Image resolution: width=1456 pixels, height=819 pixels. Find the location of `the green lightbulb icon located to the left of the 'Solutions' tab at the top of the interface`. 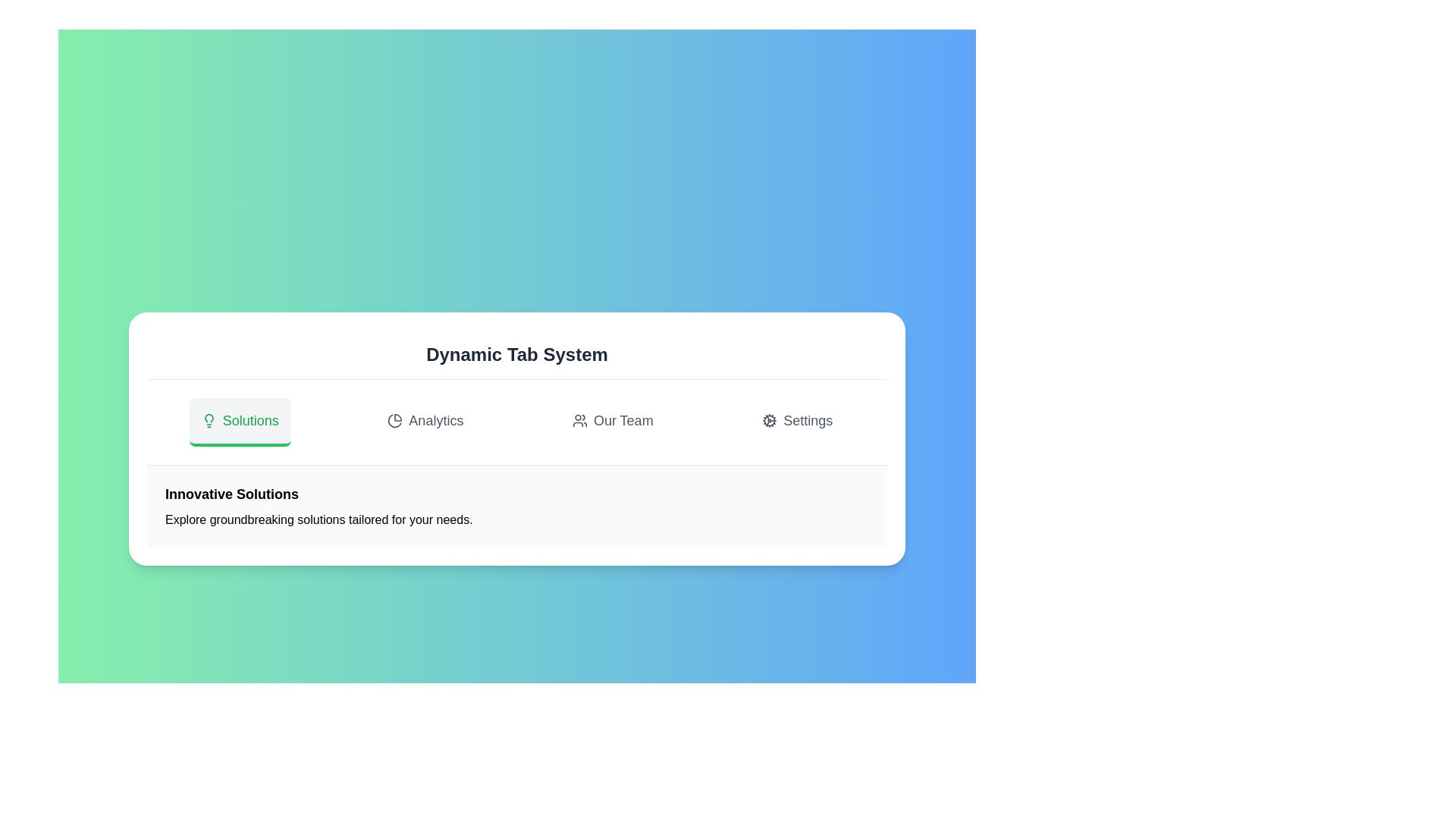

the green lightbulb icon located to the left of the 'Solutions' tab at the top of the interface is located at coordinates (208, 421).